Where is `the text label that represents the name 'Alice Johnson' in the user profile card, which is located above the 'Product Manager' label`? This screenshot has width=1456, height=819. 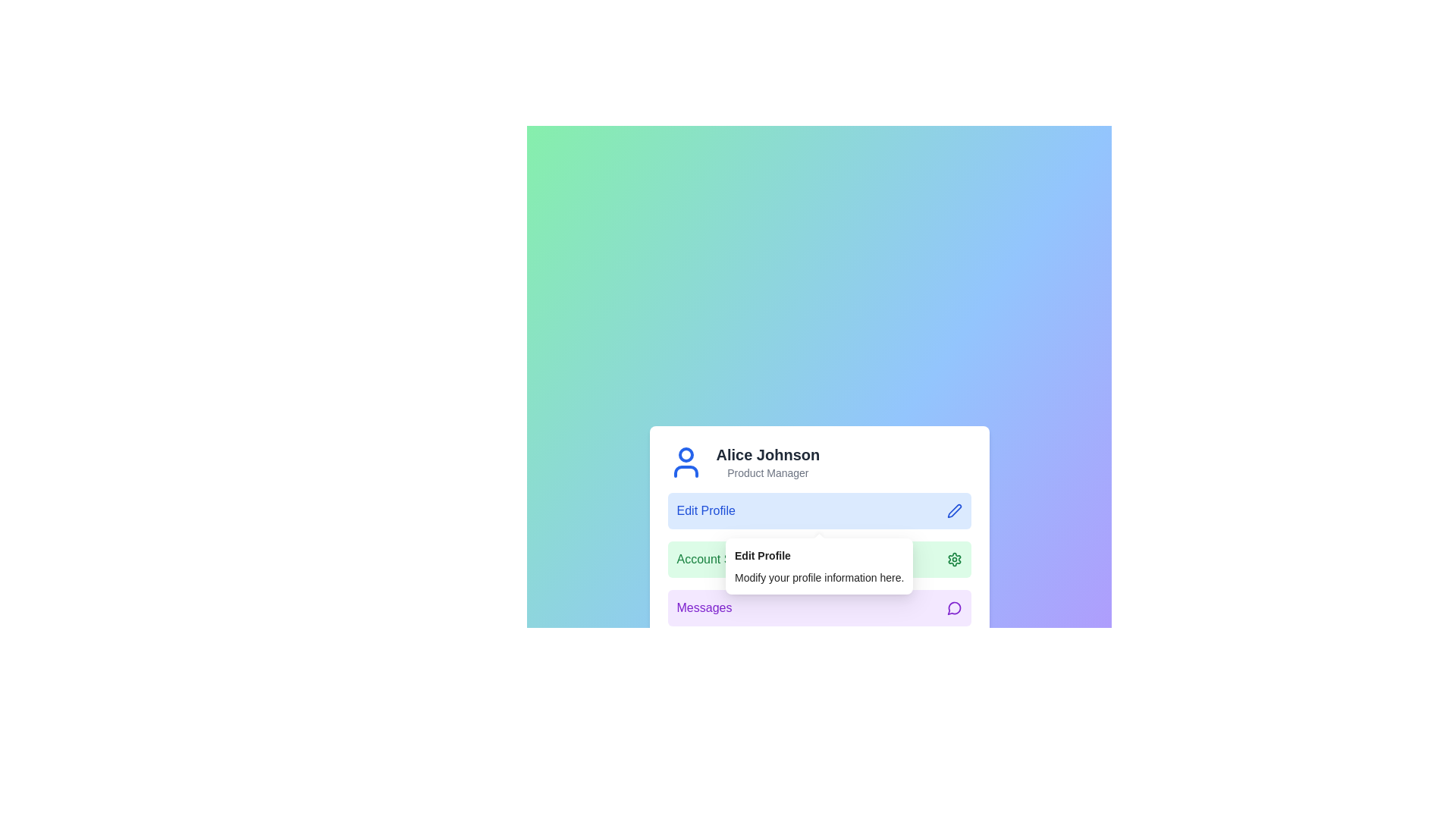
the text label that represents the name 'Alice Johnson' in the user profile card, which is located above the 'Product Manager' label is located at coordinates (767, 454).